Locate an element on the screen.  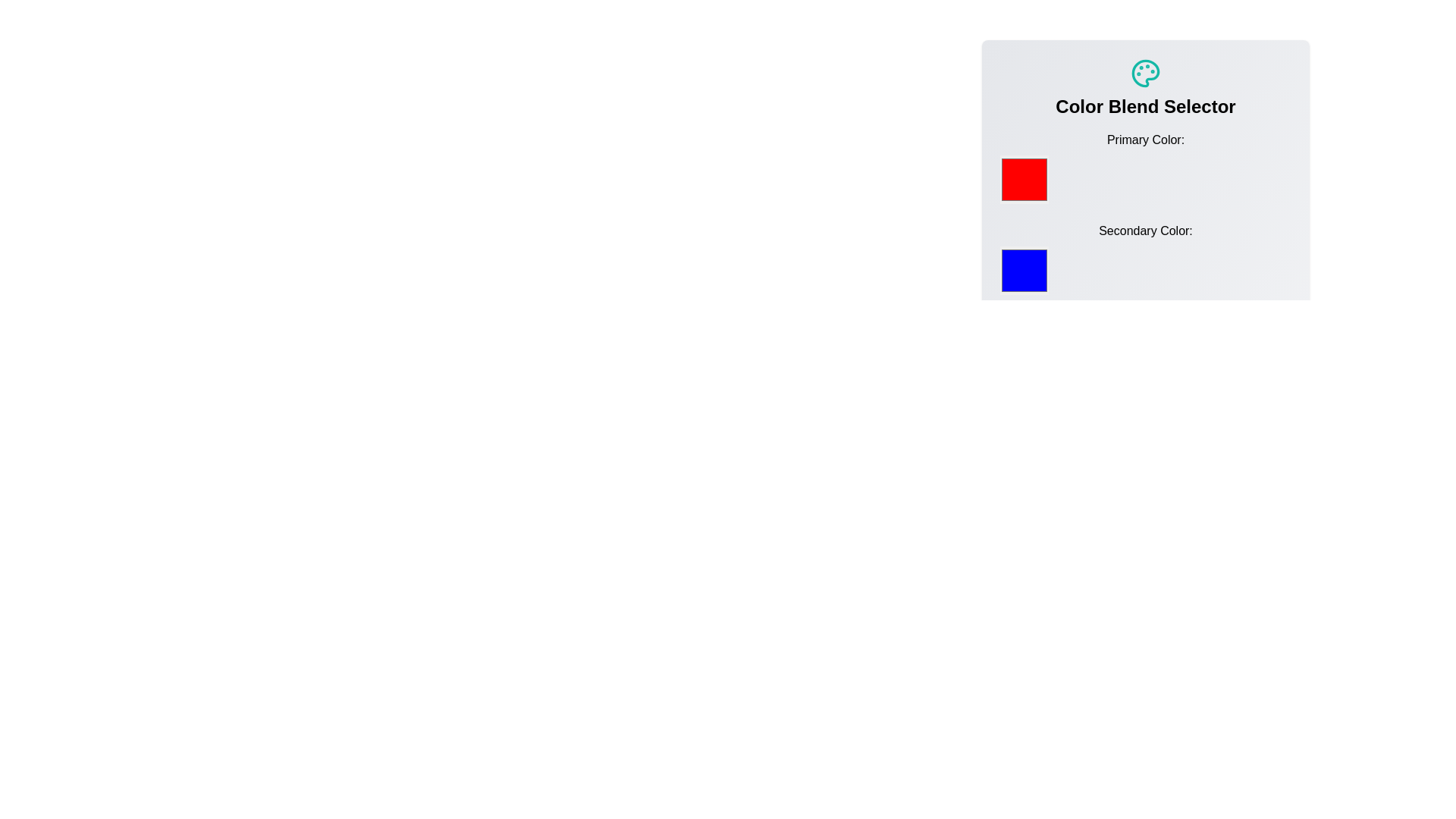
the Color input field that serves as a color selector or indicator for the primary color in a color blending application, located under the 'Primary Color:' label in the top-right area of the interface is located at coordinates (1024, 178).